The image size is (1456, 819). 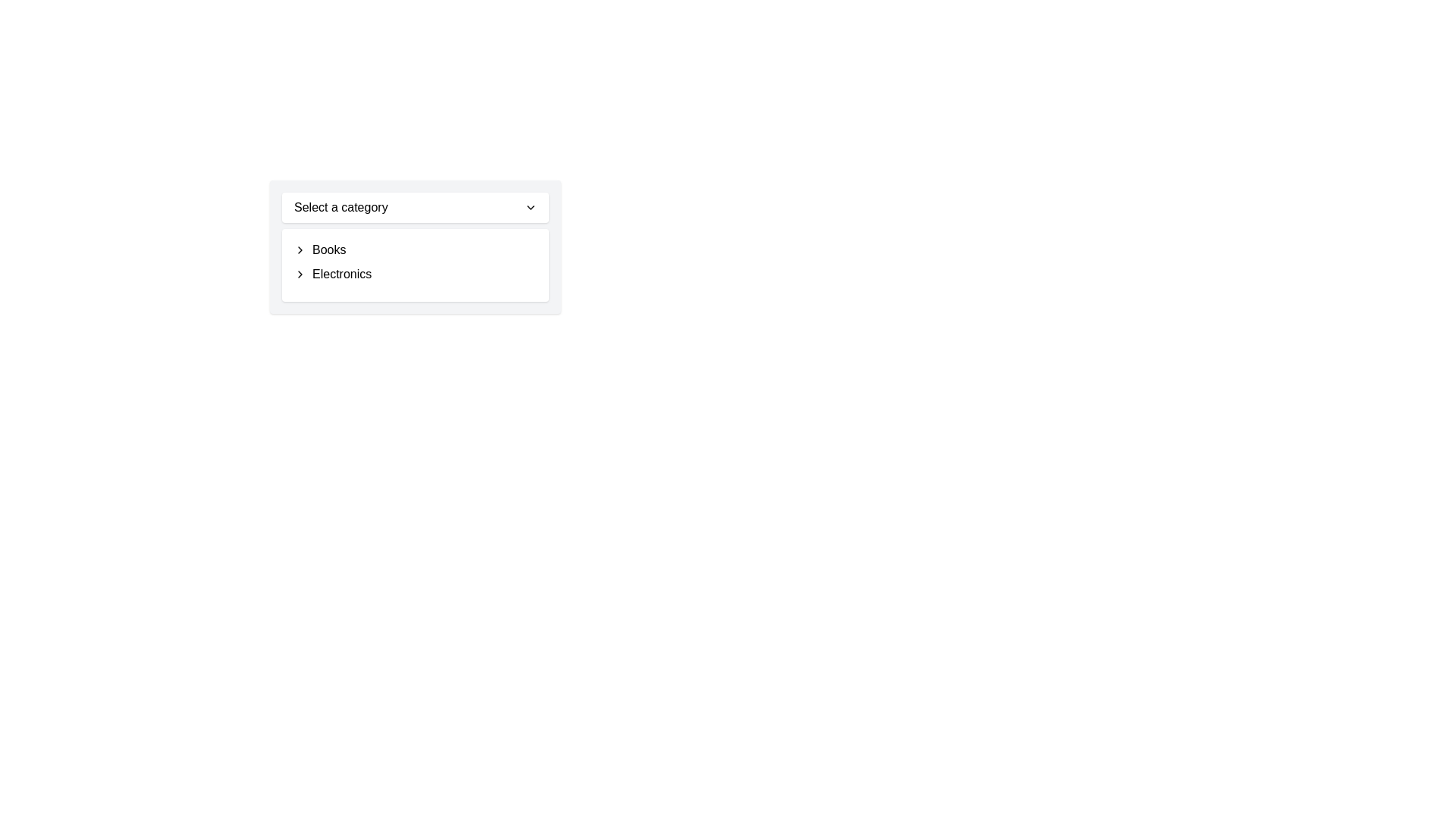 What do you see at coordinates (300, 249) in the screenshot?
I see `the chevron icon located to the left of the 'Books' text in the category dropdown menu` at bounding box center [300, 249].